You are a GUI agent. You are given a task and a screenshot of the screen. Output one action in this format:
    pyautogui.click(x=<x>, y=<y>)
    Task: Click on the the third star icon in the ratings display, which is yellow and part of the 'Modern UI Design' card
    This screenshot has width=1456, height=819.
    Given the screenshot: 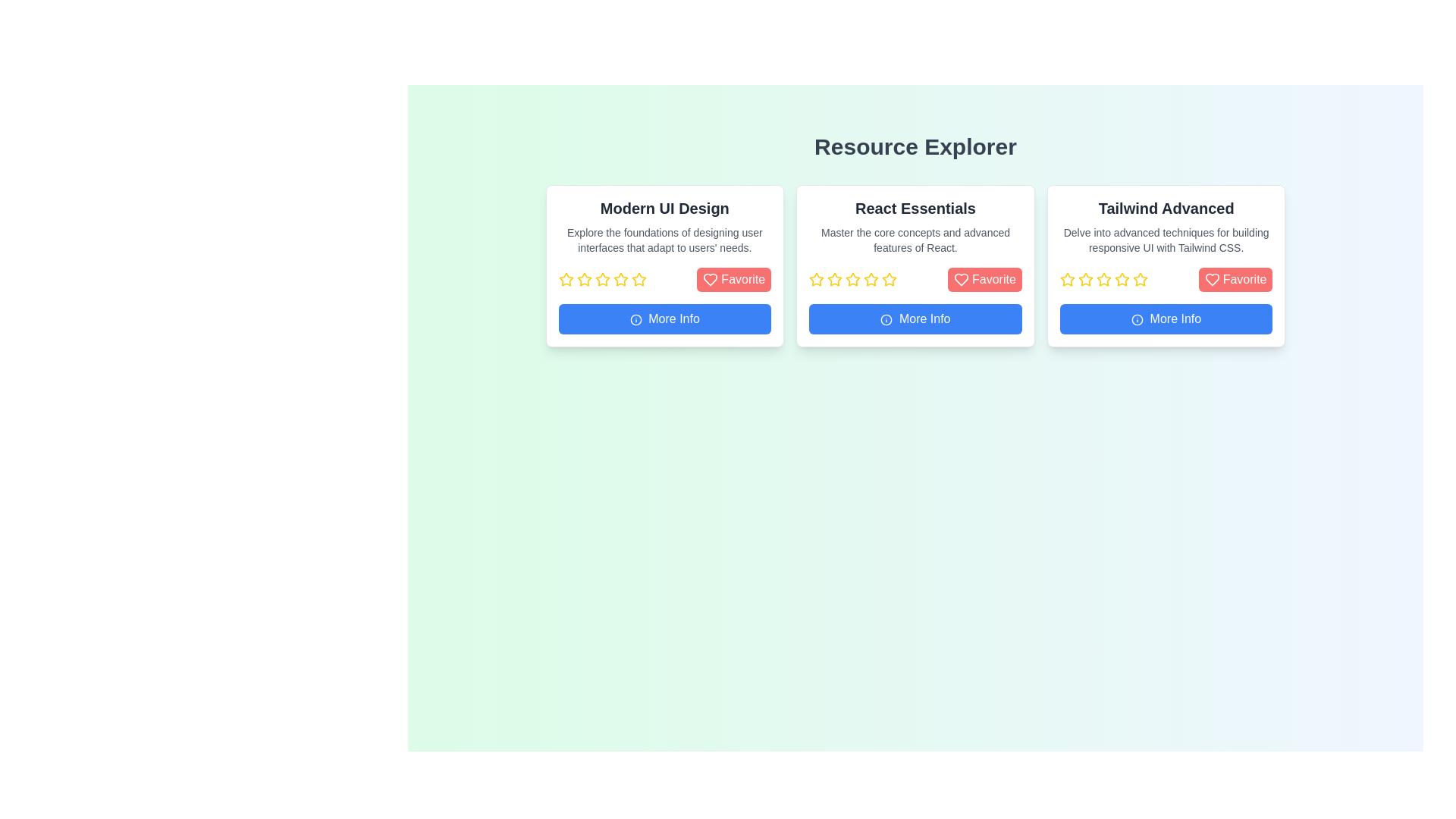 What is the action you would take?
    pyautogui.click(x=603, y=280)
    